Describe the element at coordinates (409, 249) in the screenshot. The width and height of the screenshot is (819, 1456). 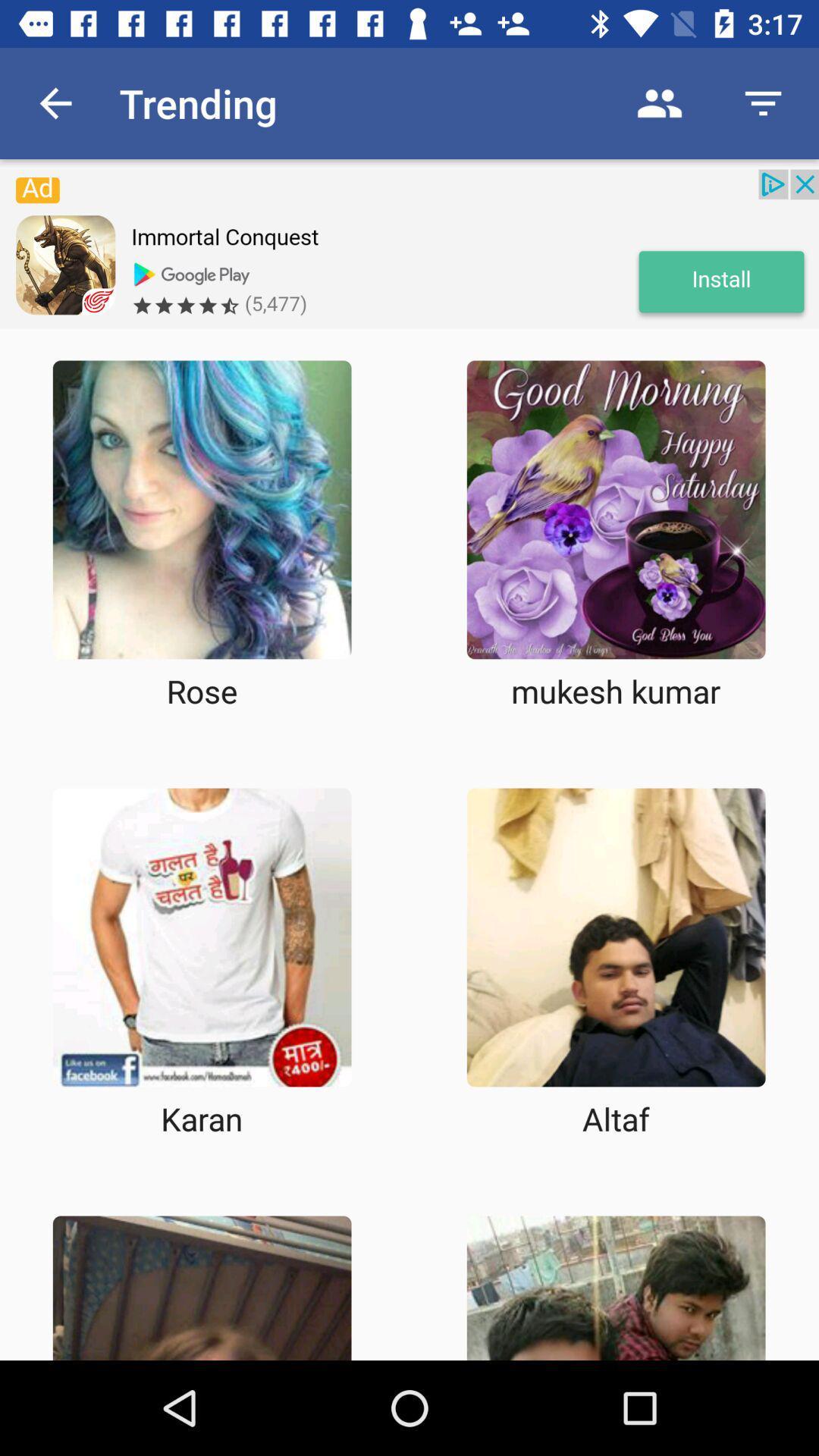
I see `other adds we close it or install it` at that location.